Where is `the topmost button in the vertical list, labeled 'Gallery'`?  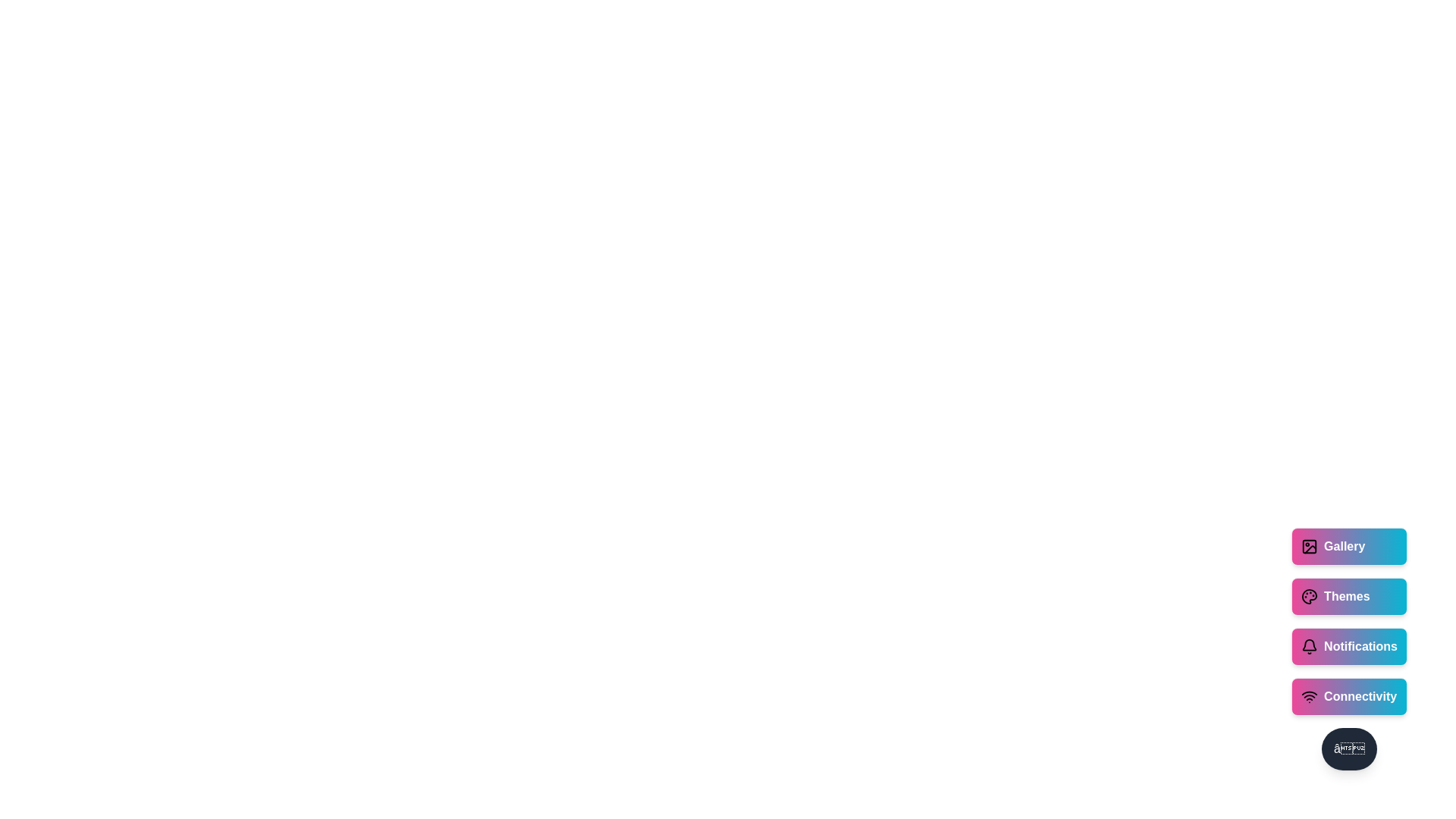 the topmost button in the vertical list, labeled 'Gallery' is located at coordinates (1349, 547).